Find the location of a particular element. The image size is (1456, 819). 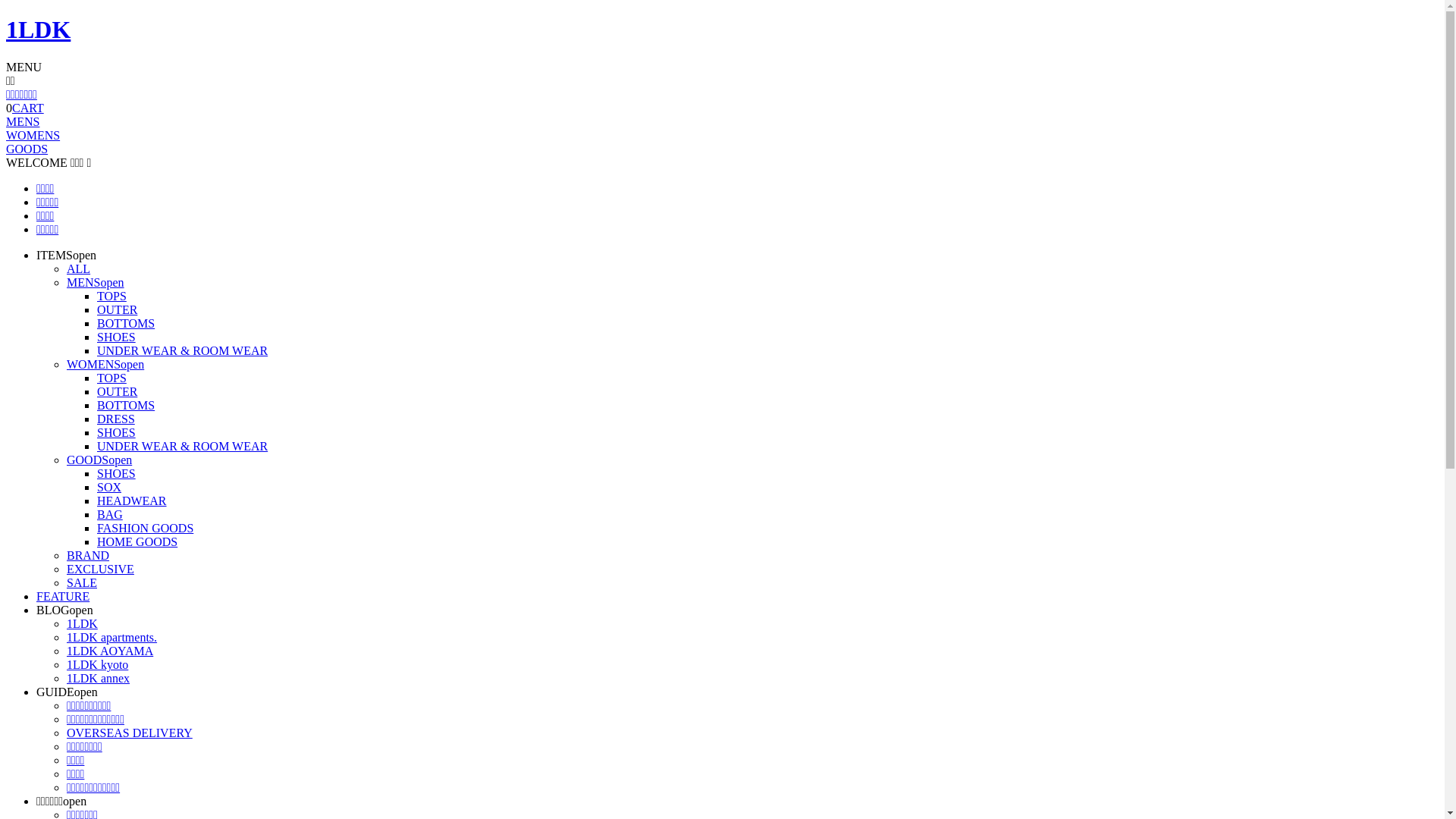

'HOME GOODS' is located at coordinates (96, 541).